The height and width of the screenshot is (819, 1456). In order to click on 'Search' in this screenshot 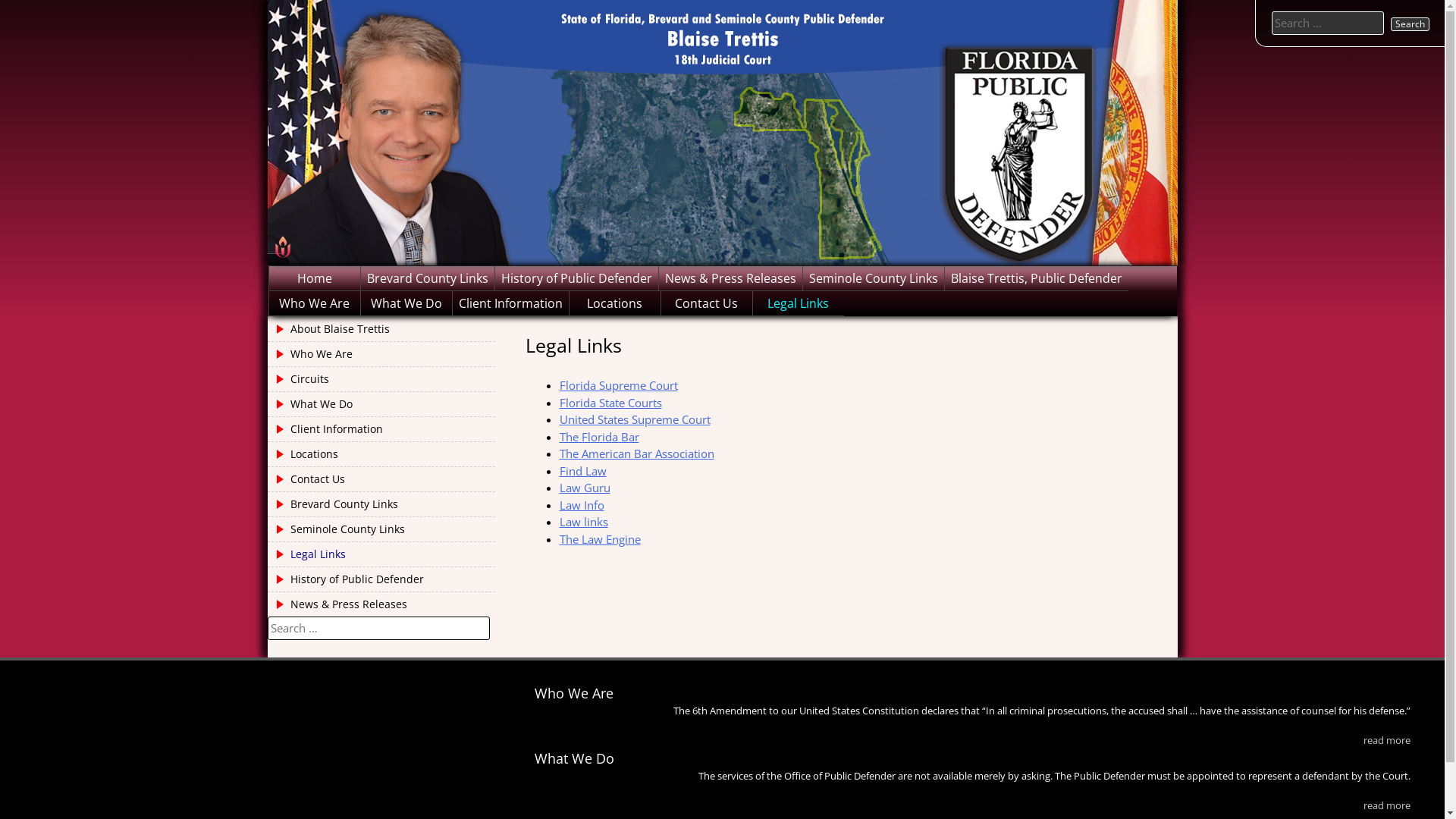, I will do `click(0, 9)`.